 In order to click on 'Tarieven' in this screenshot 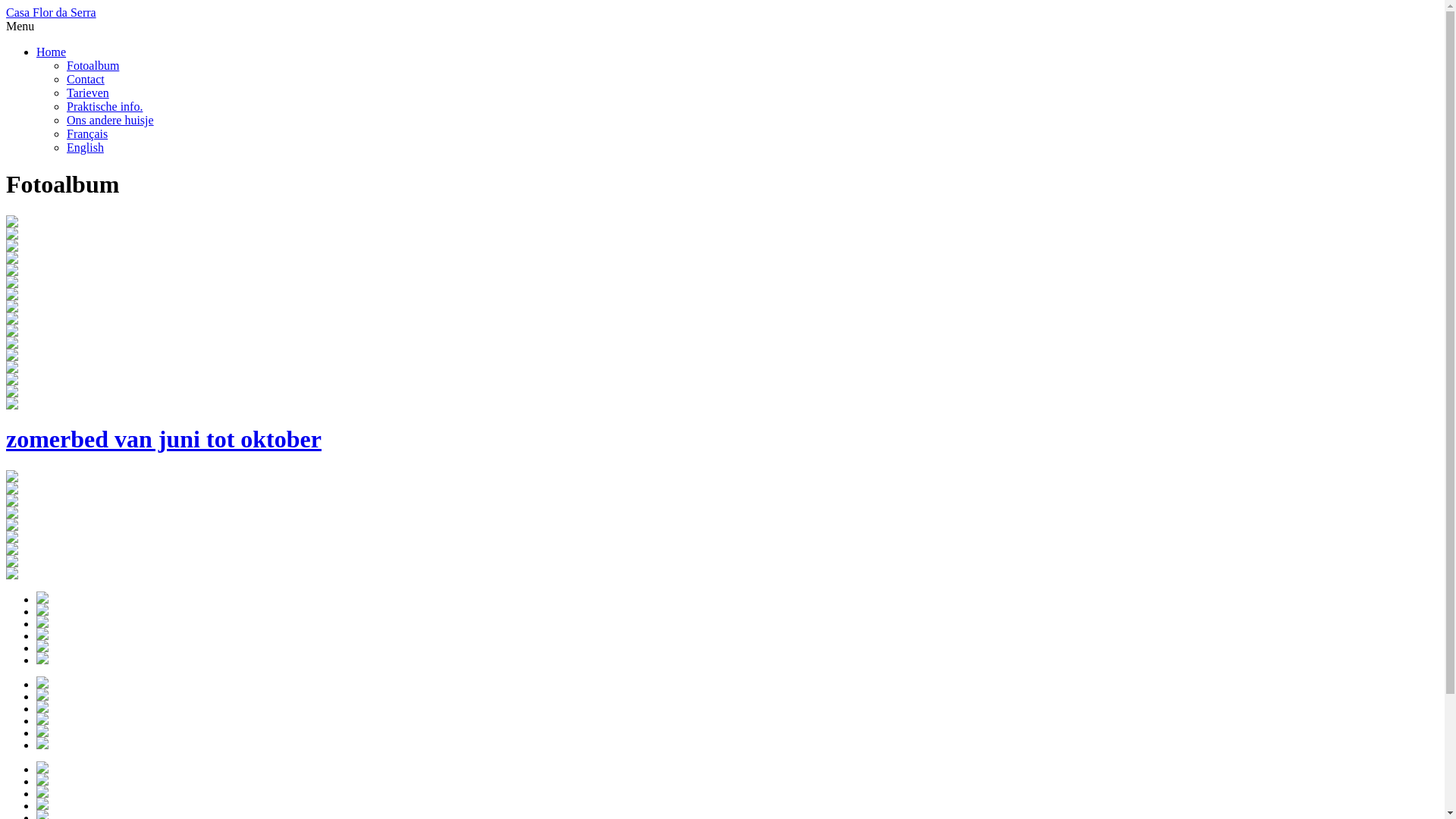, I will do `click(86, 93)`.